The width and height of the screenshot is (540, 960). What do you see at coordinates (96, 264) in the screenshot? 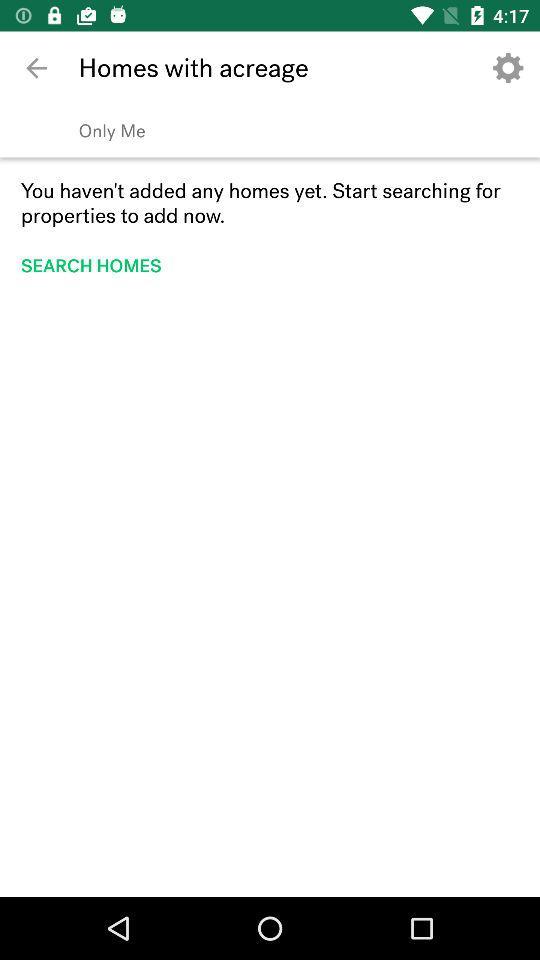
I see `the item below the you haven t item` at bounding box center [96, 264].